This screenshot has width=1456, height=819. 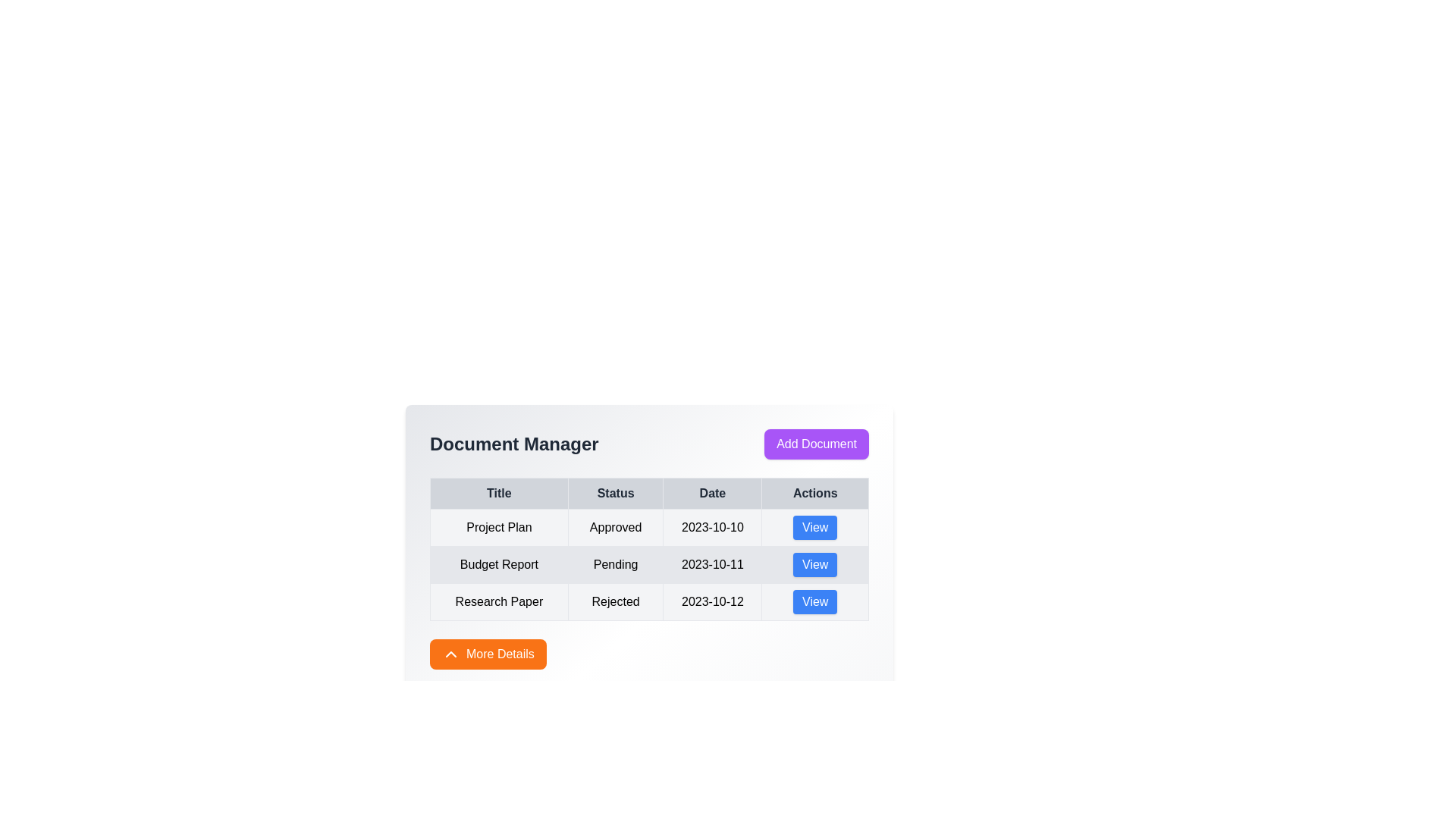 What do you see at coordinates (711, 564) in the screenshot?
I see `the static text displaying the date '2023-10-11' in the 'Date' column of the 'Budget Report' entry` at bounding box center [711, 564].